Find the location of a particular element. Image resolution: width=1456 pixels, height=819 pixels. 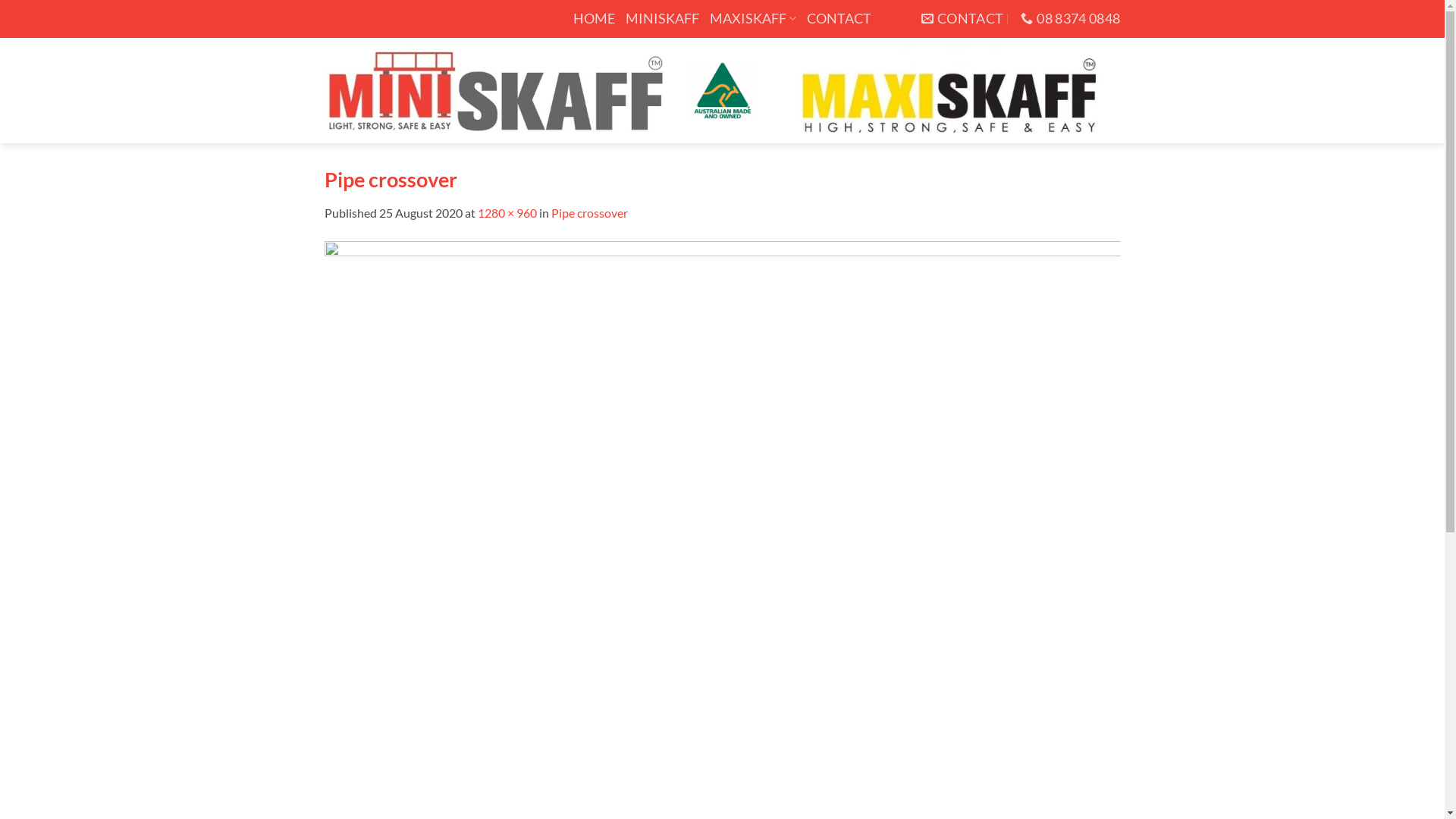

'HOME' is located at coordinates (593, 18).